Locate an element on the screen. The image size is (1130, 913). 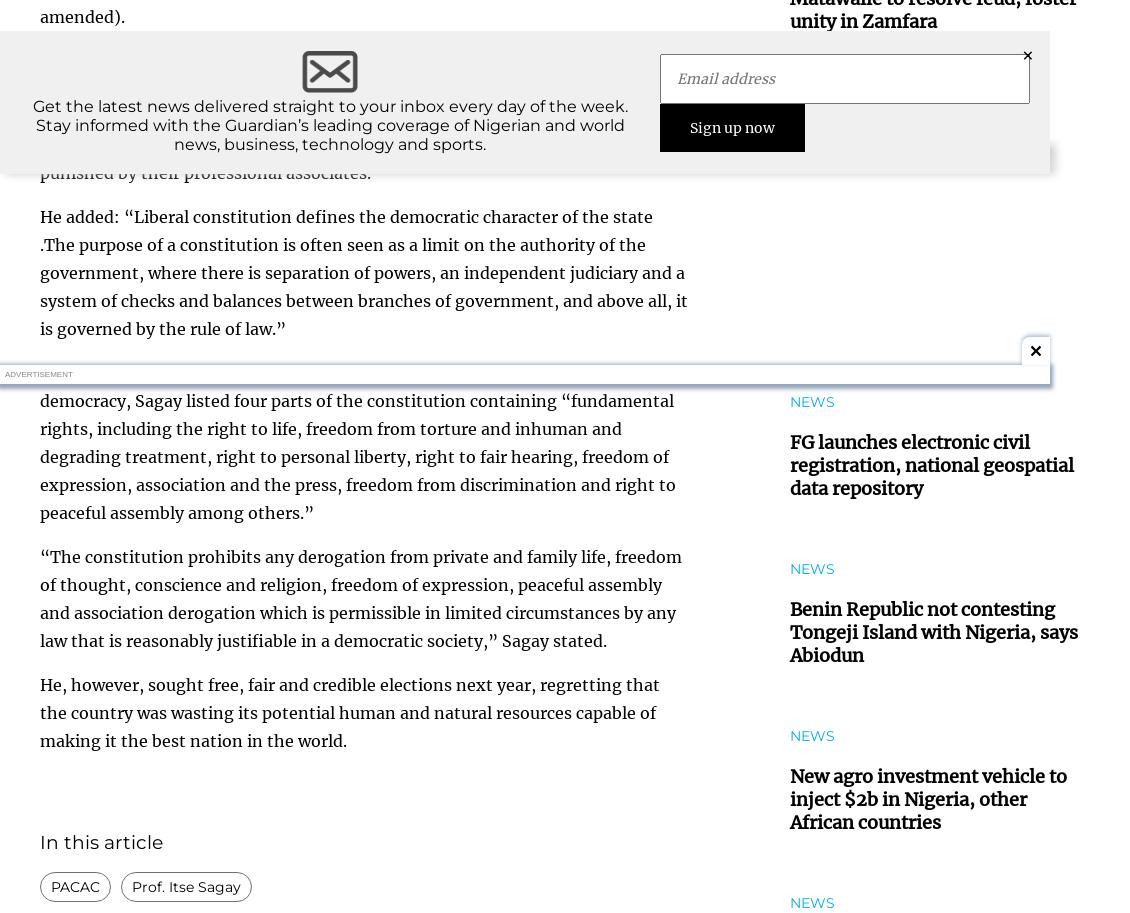
'New agro investment  vehicle to inject  $2b in Nigeria, other African countries' is located at coordinates (927, 797).